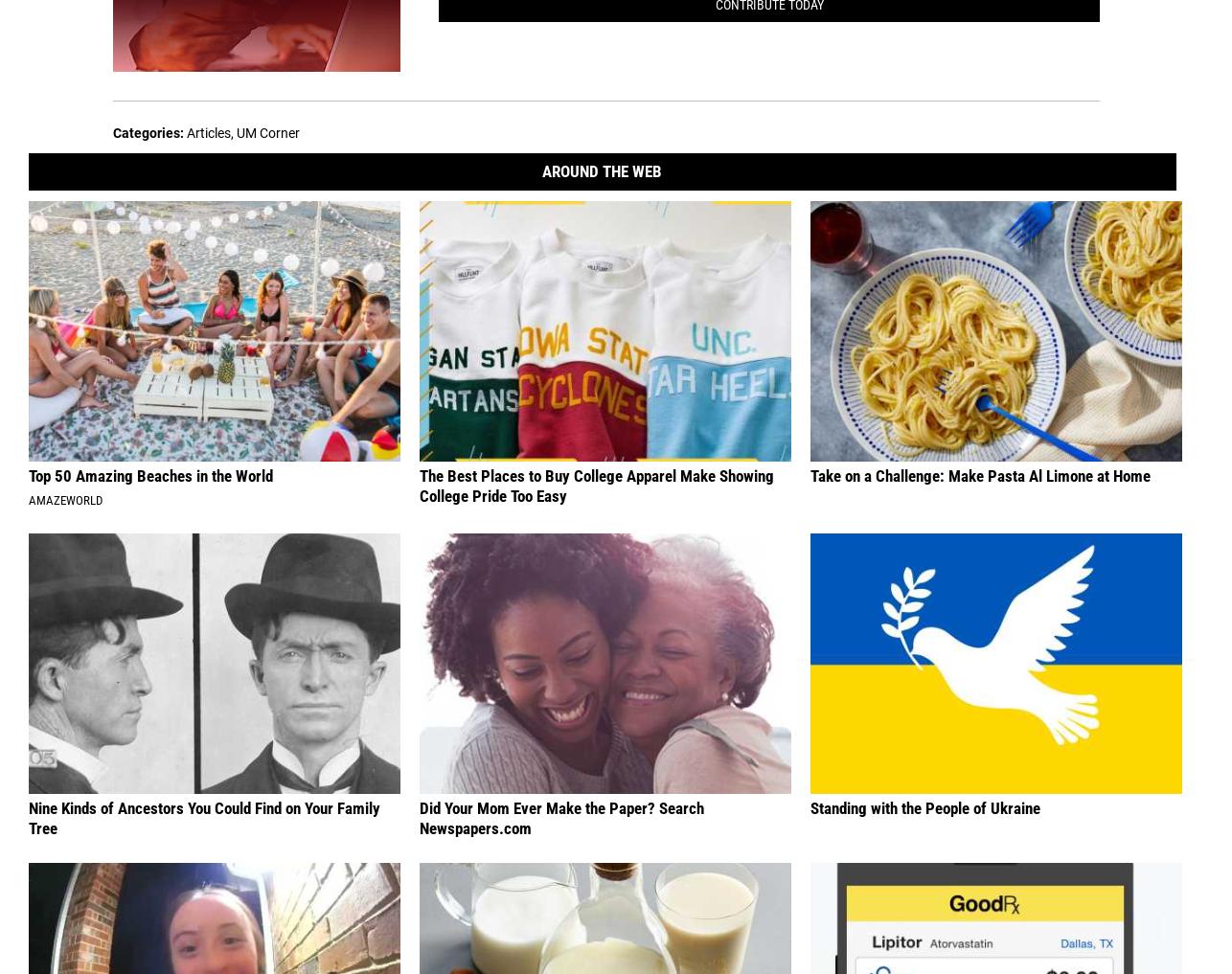  Describe the element at coordinates (150, 473) in the screenshot. I see `'Top 50 Amazing Beaches in the World'` at that location.